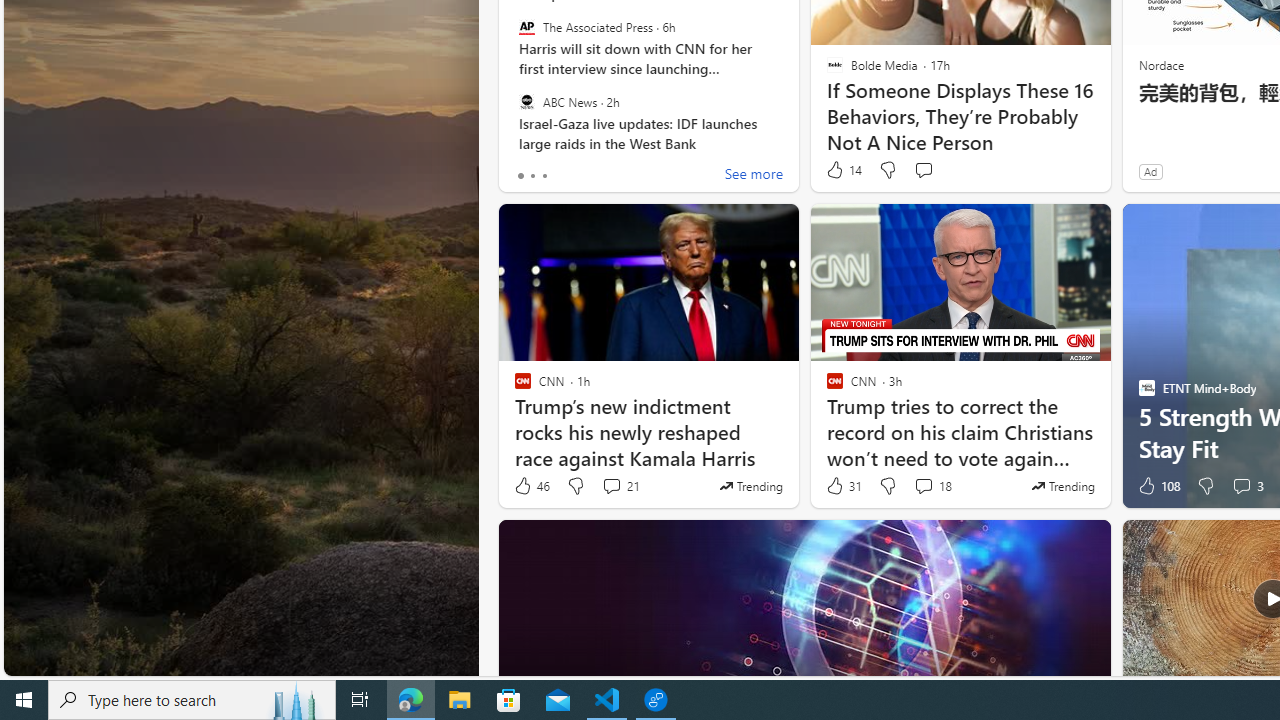  I want to click on 'The Associated Press', so click(526, 27).